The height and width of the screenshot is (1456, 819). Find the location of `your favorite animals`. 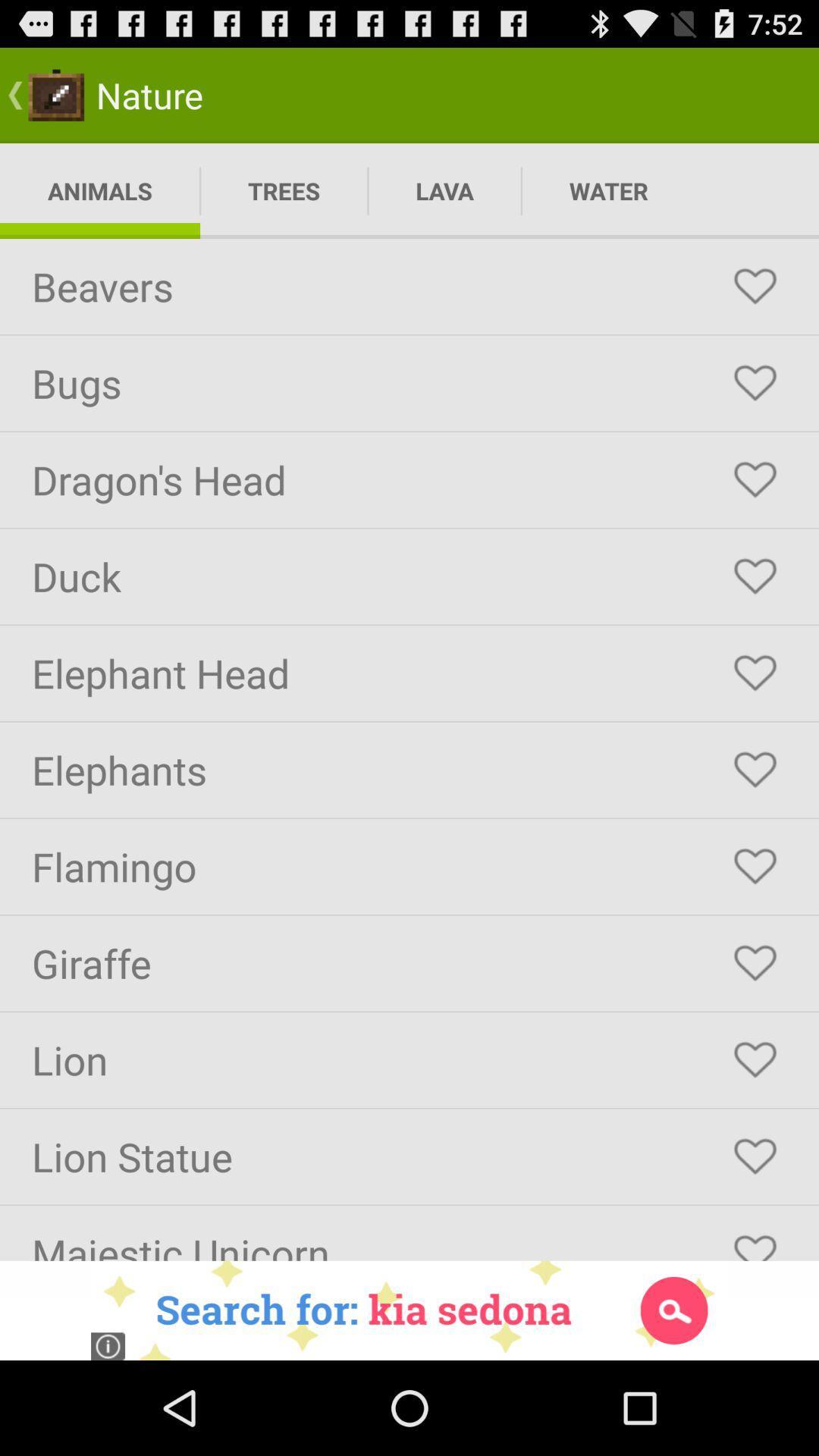

your favorite animals is located at coordinates (755, 770).